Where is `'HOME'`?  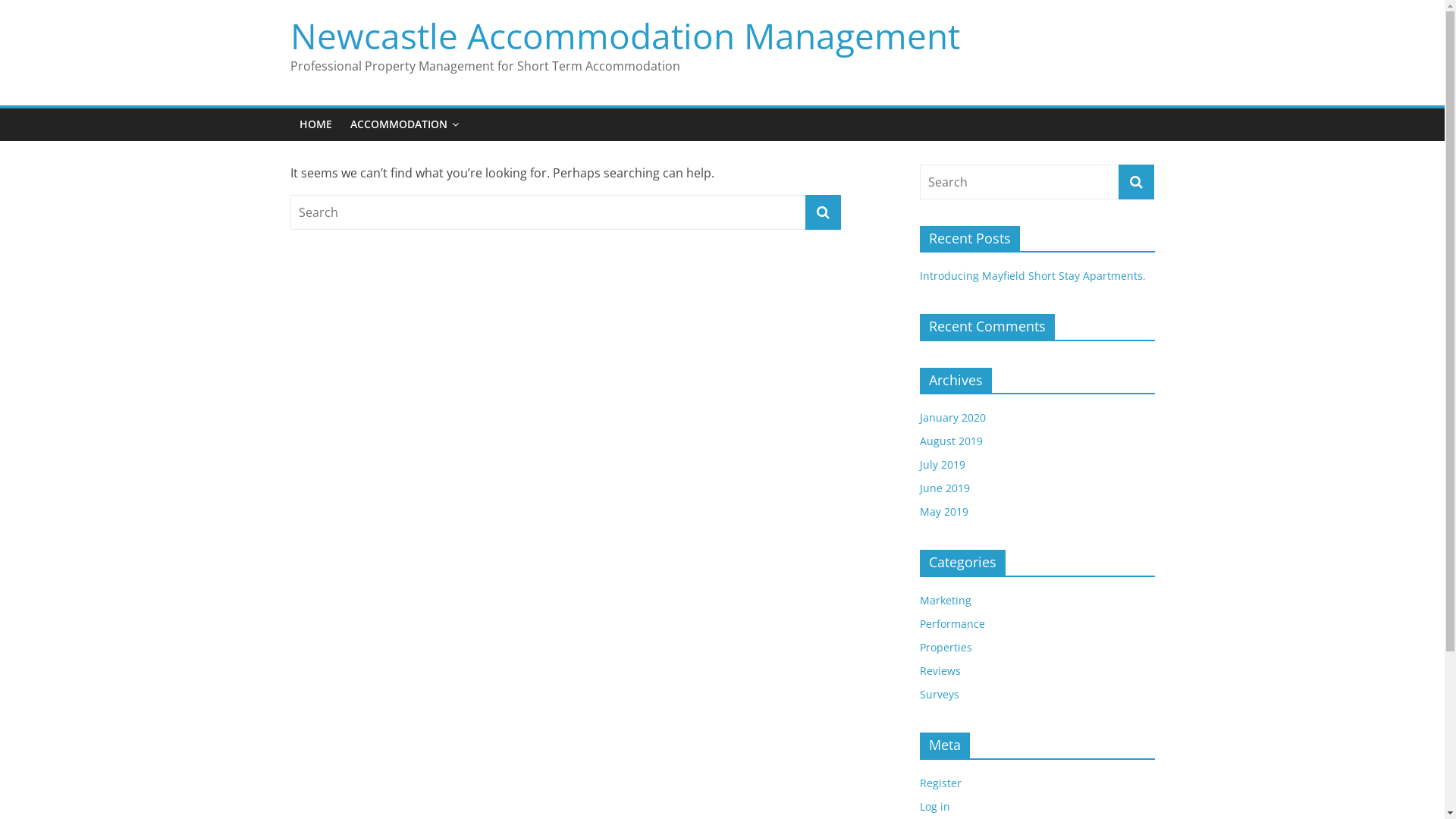
'HOME' is located at coordinates (314, 124).